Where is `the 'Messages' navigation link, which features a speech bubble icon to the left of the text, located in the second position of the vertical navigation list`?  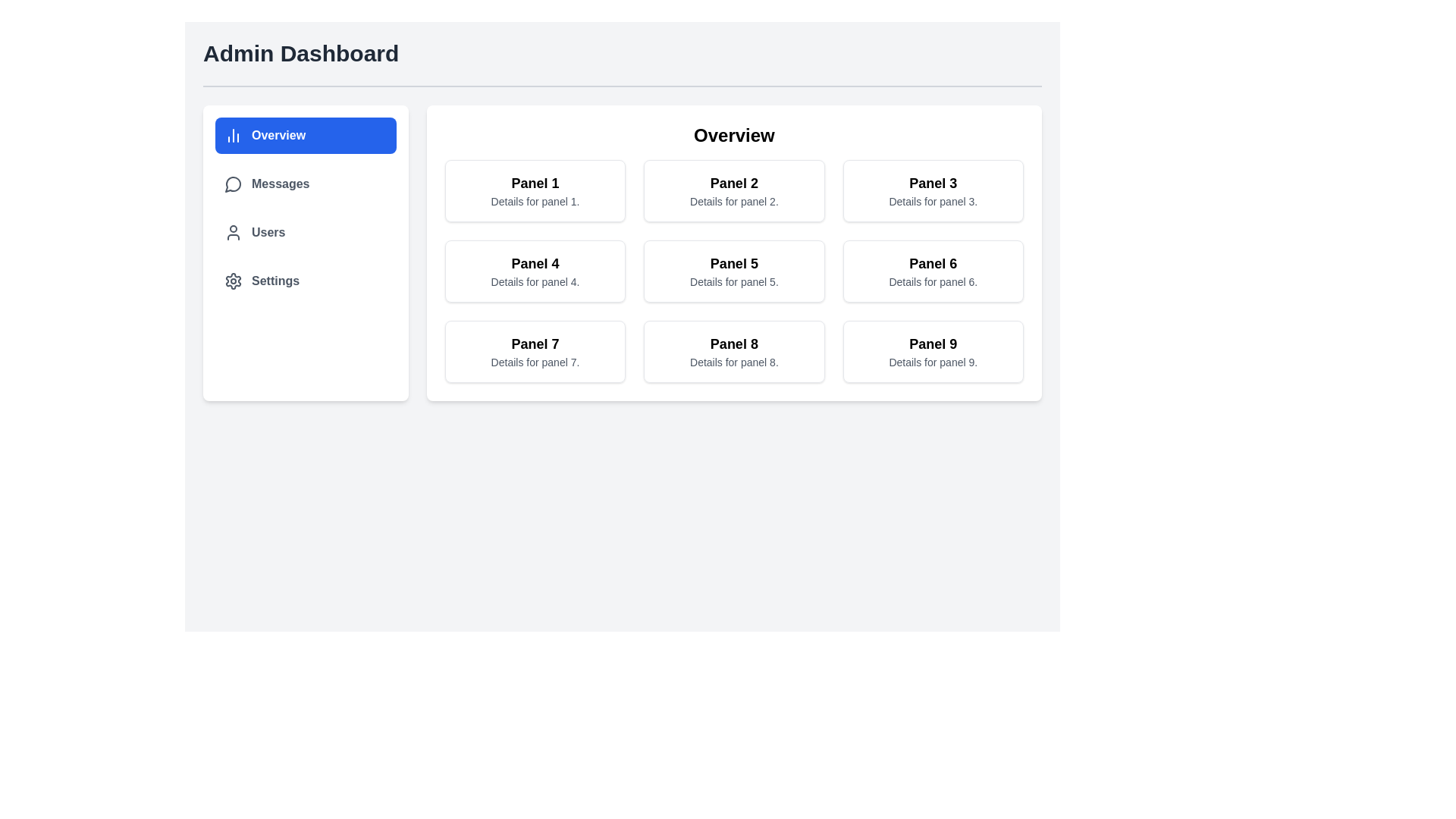
the 'Messages' navigation link, which features a speech bubble icon to the left of the text, located in the second position of the vertical navigation list is located at coordinates (305, 184).